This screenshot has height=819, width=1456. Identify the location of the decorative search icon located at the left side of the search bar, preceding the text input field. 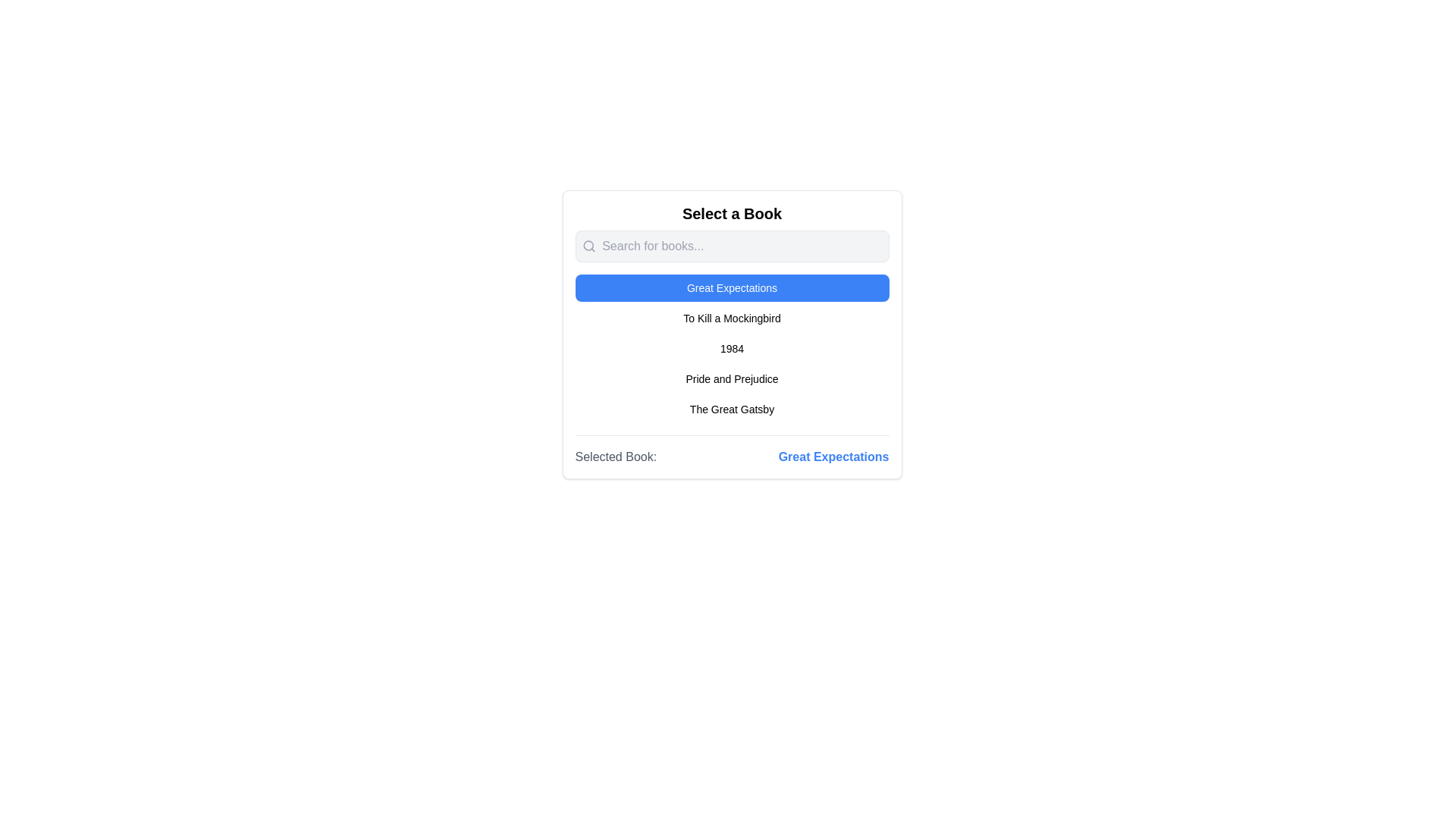
(588, 245).